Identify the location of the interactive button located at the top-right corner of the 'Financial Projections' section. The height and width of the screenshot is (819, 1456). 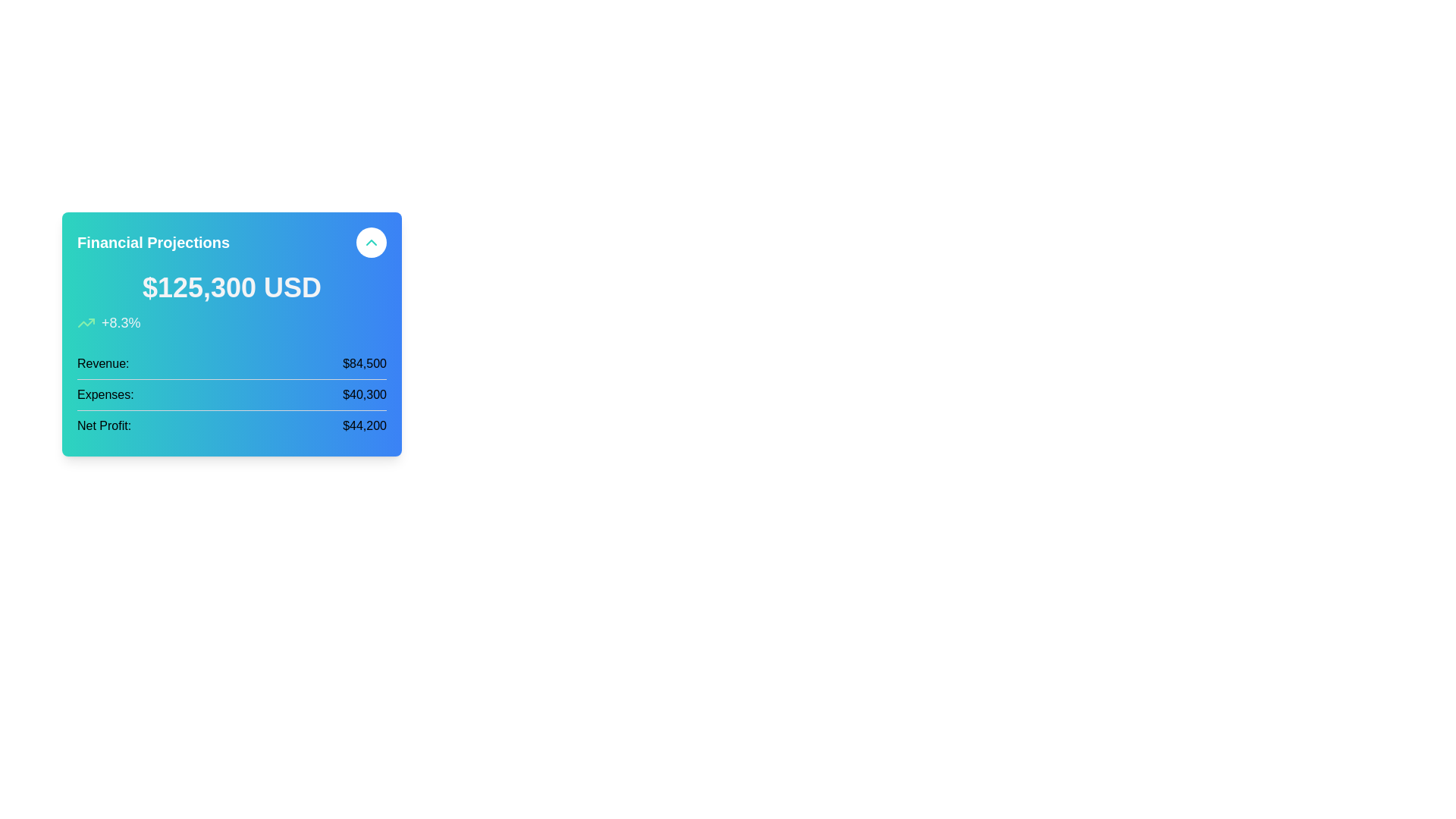
(371, 242).